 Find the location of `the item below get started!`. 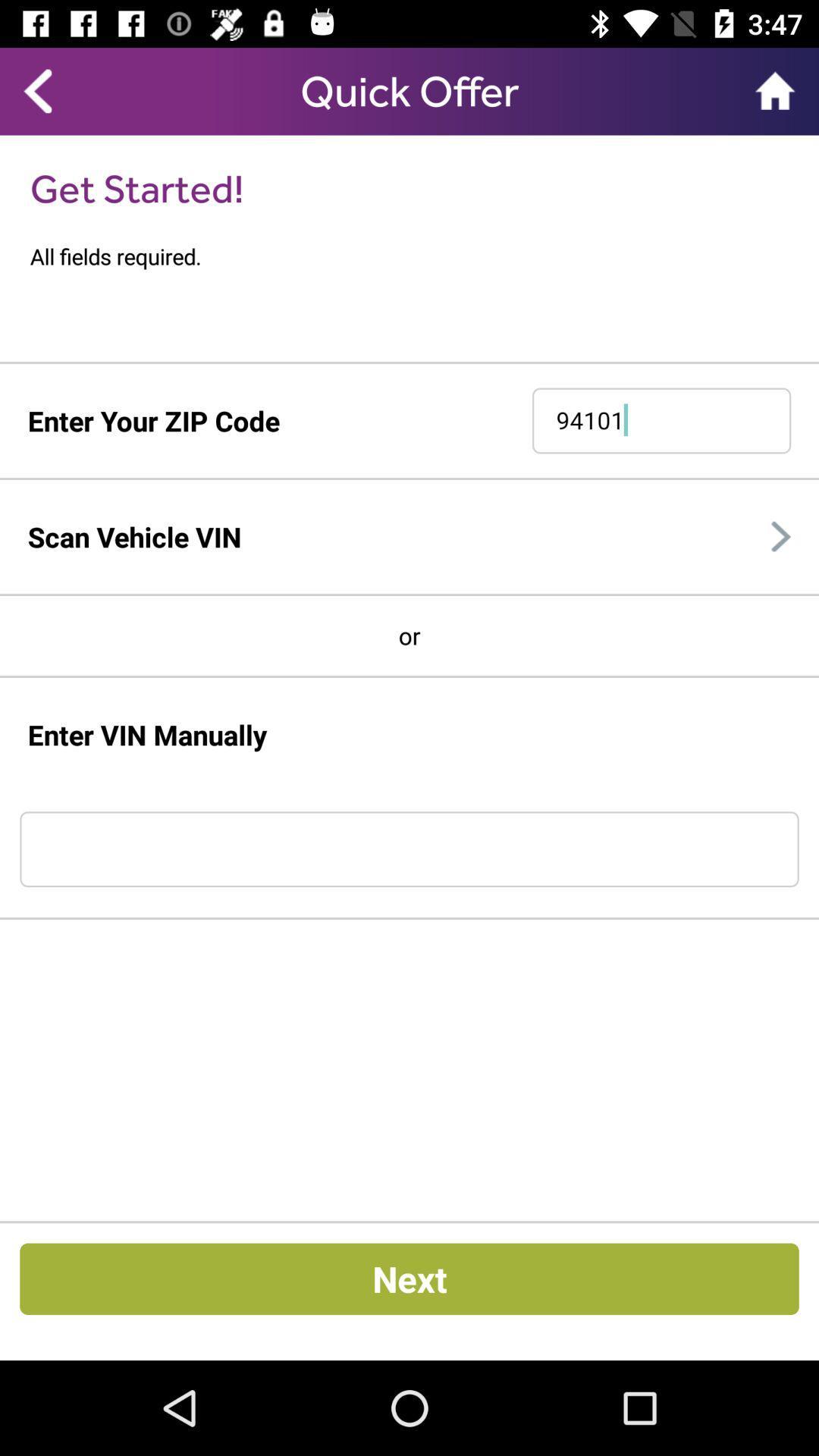

the item below get started! is located at coordinates (424, 256).